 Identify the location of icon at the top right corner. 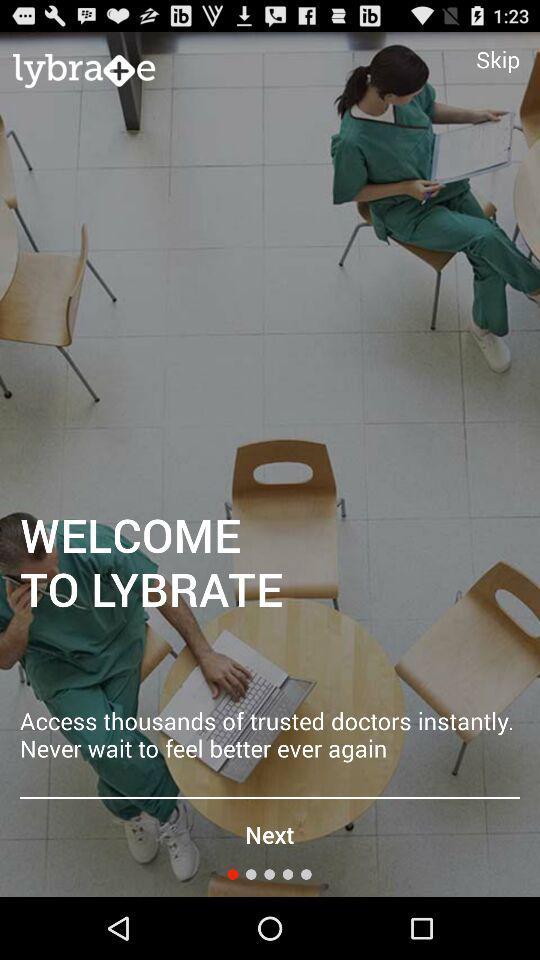
(497, 58).